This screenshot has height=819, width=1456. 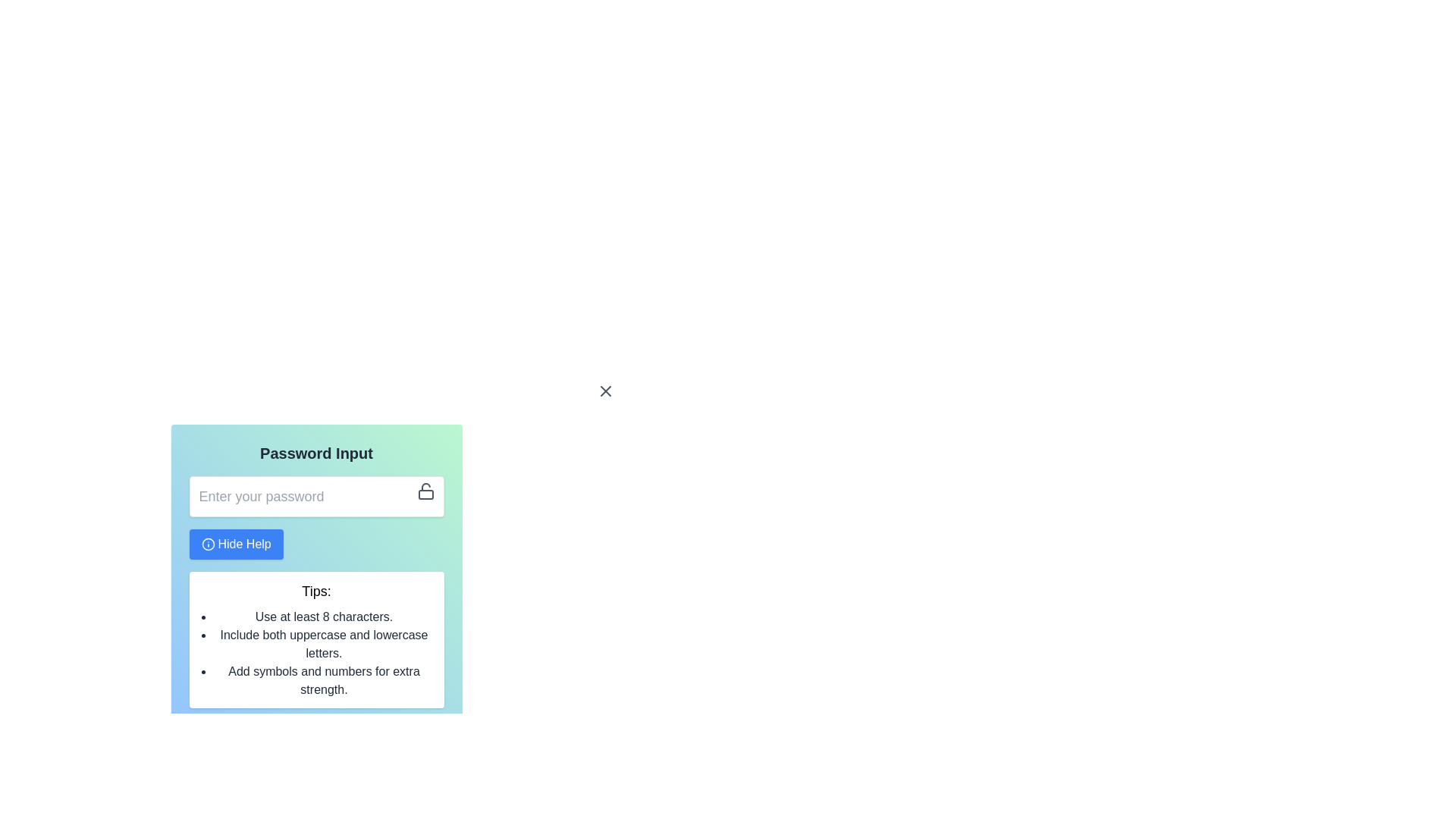 I want to click on the button that toggles the visibility of the 'Tips' section located in the 'Password Input' card section, positioned below the text input field, so click(x=235, y=543).